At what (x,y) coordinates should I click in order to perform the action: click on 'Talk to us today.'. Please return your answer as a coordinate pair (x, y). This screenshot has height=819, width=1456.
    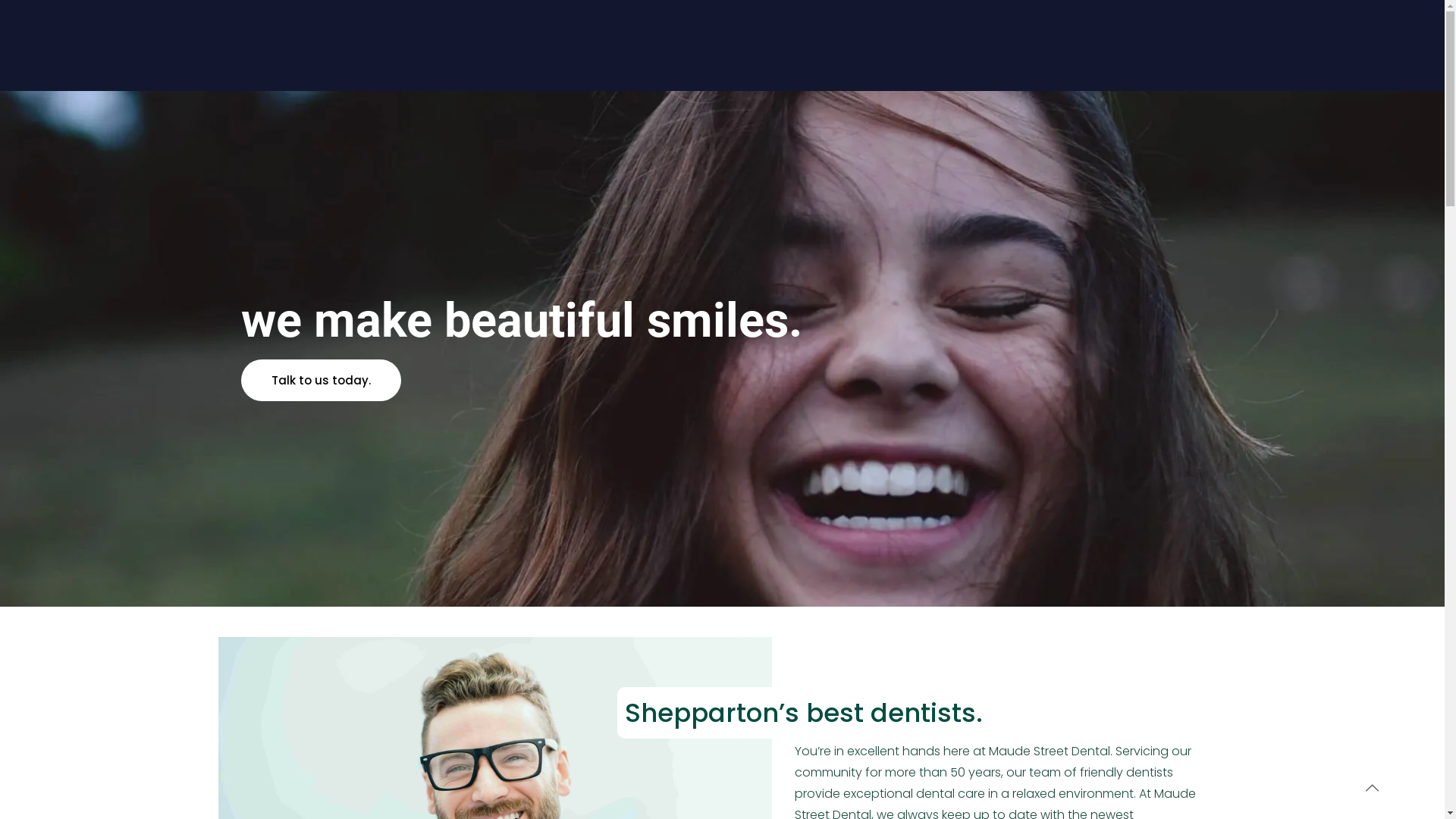
    Looking at the image, I should click on (320, 379).